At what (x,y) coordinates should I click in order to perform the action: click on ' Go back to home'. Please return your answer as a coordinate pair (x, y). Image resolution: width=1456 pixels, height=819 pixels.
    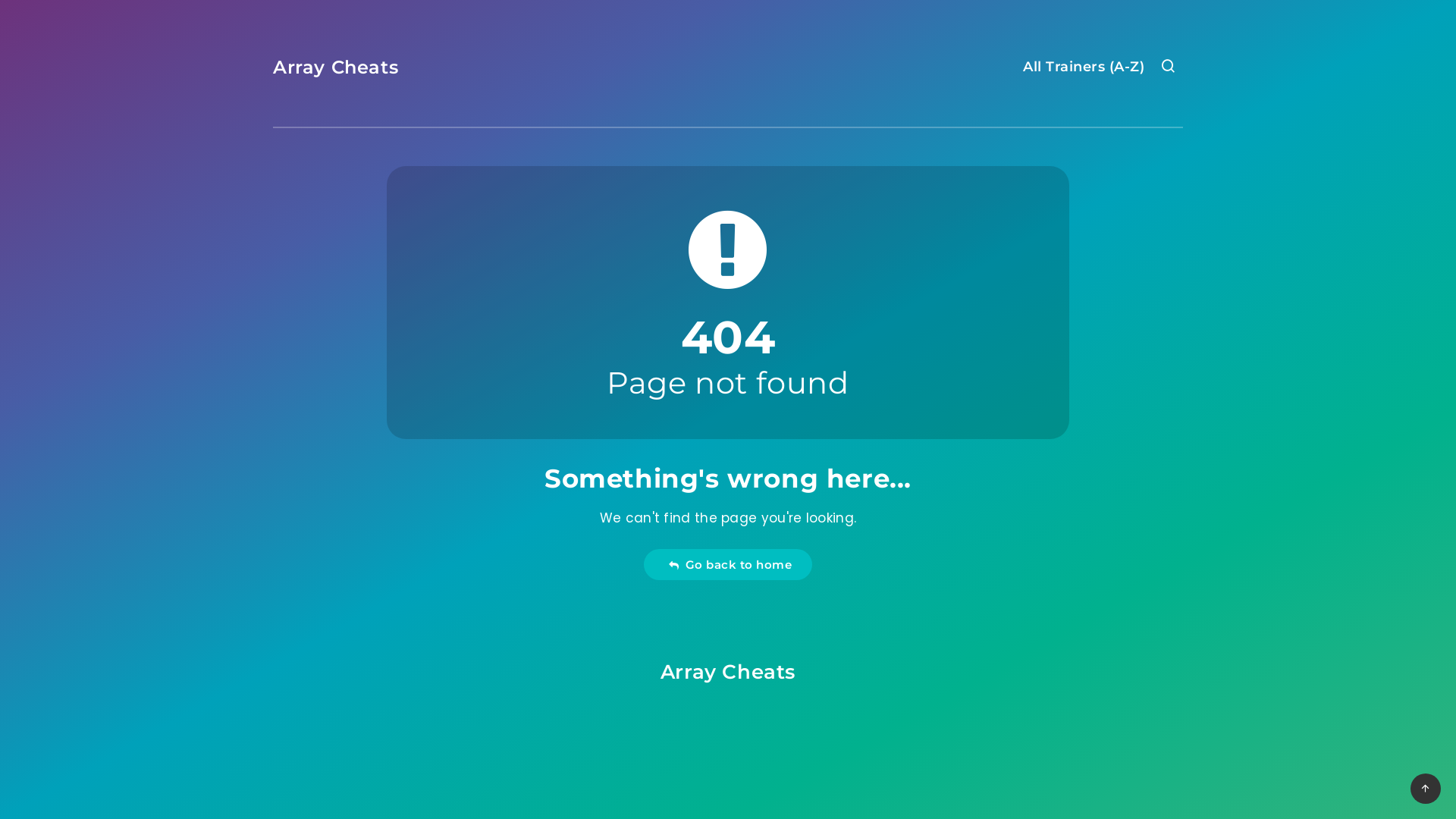
    Looking at the image, I should click on (728, 564).